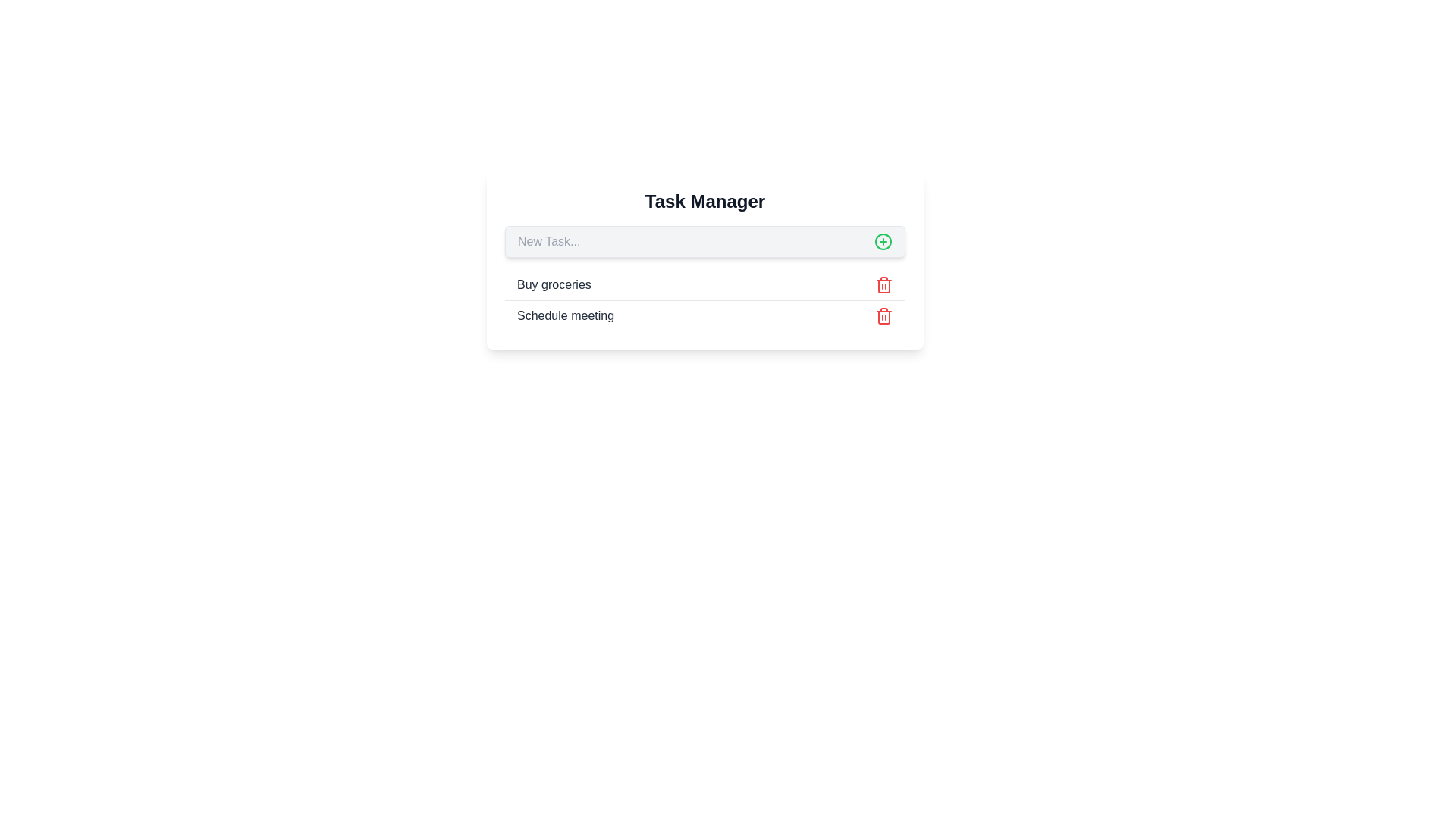 The image size is (1456, 819). I want to click on the interactive icon, so click(883, 241).